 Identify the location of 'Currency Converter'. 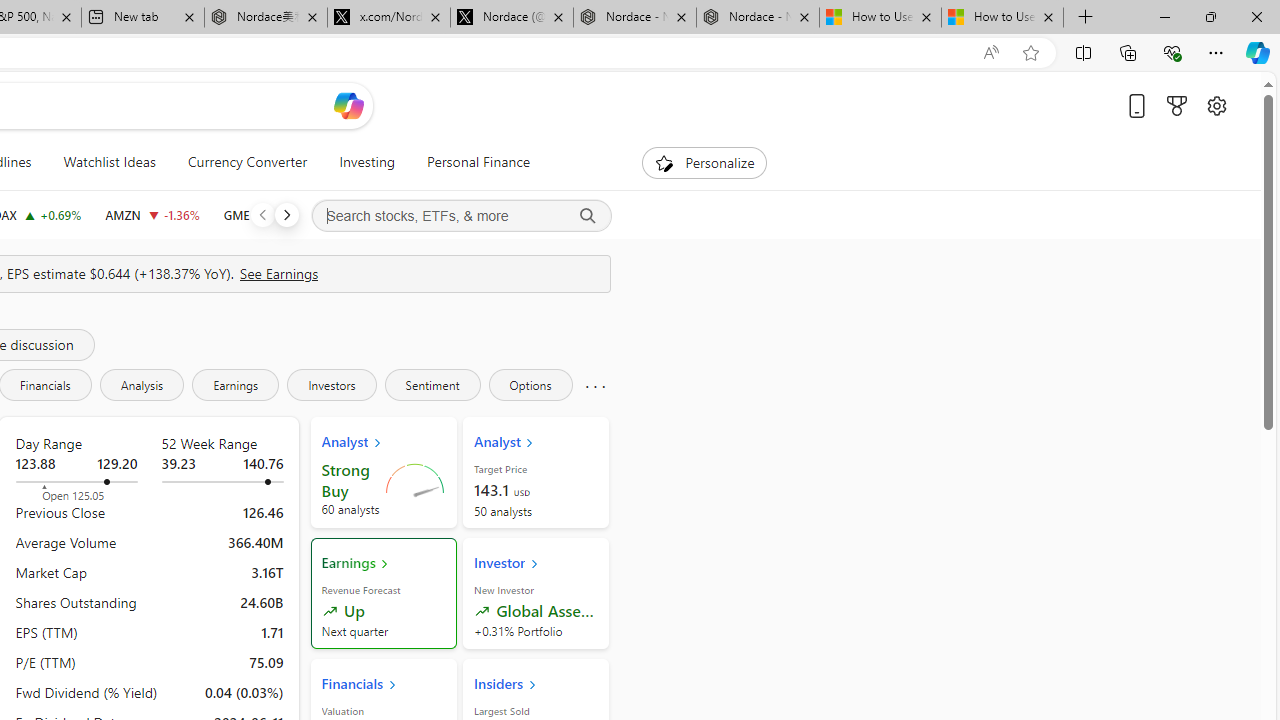
(246, 162).